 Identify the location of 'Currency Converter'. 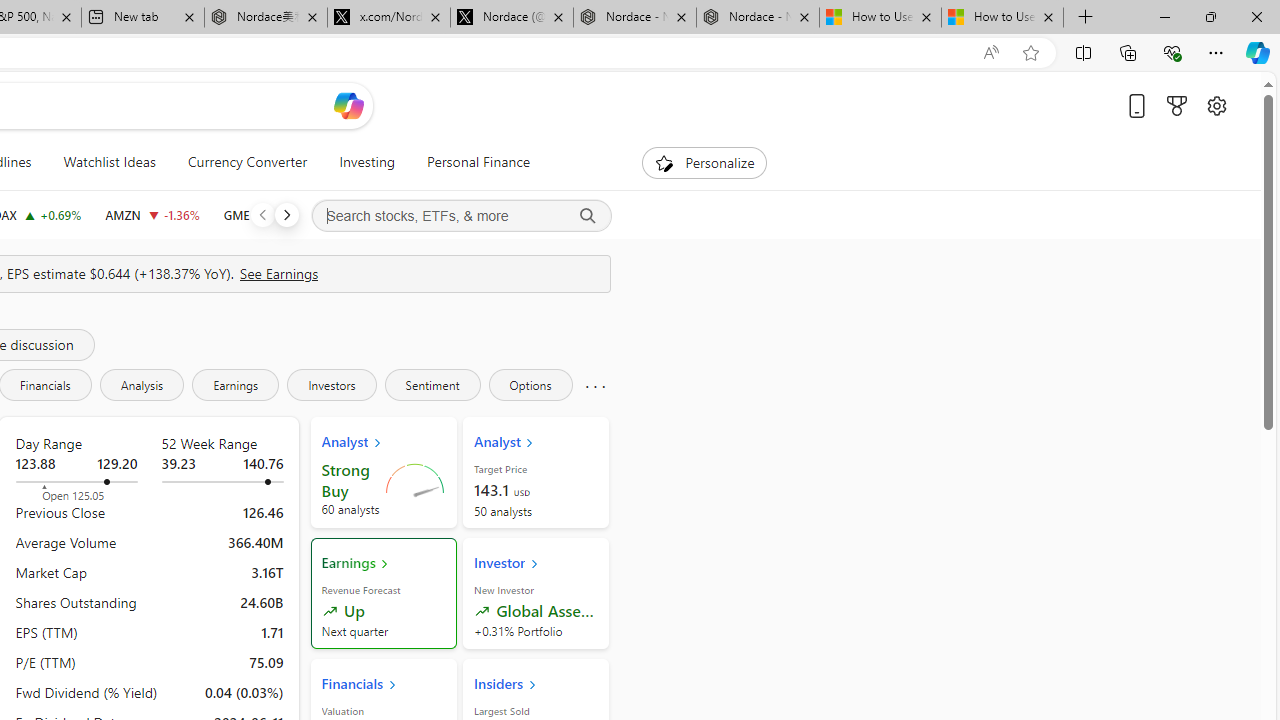
(246, 162).